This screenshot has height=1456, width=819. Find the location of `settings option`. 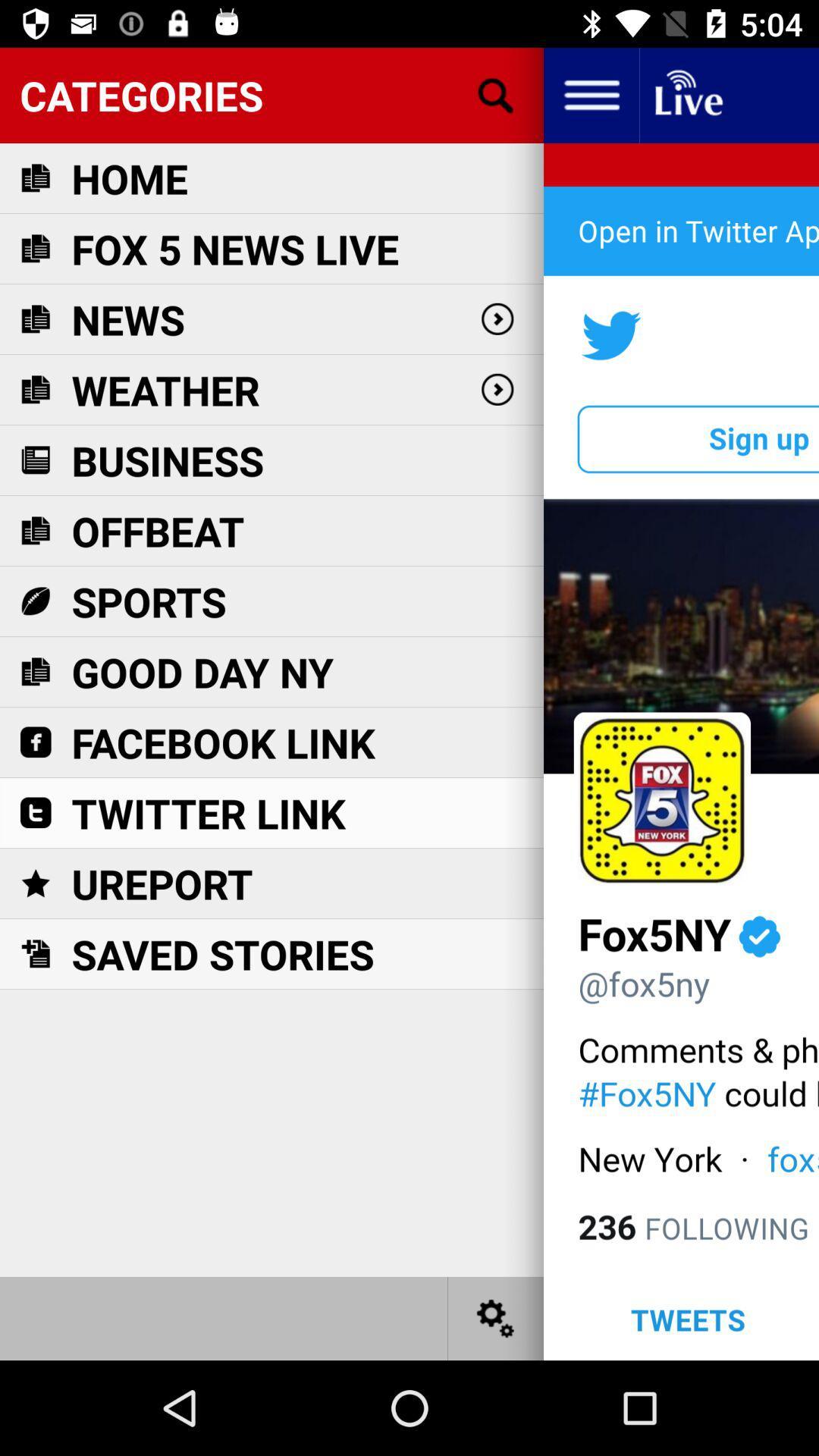

settings option is located at coordinates (496, 1317).